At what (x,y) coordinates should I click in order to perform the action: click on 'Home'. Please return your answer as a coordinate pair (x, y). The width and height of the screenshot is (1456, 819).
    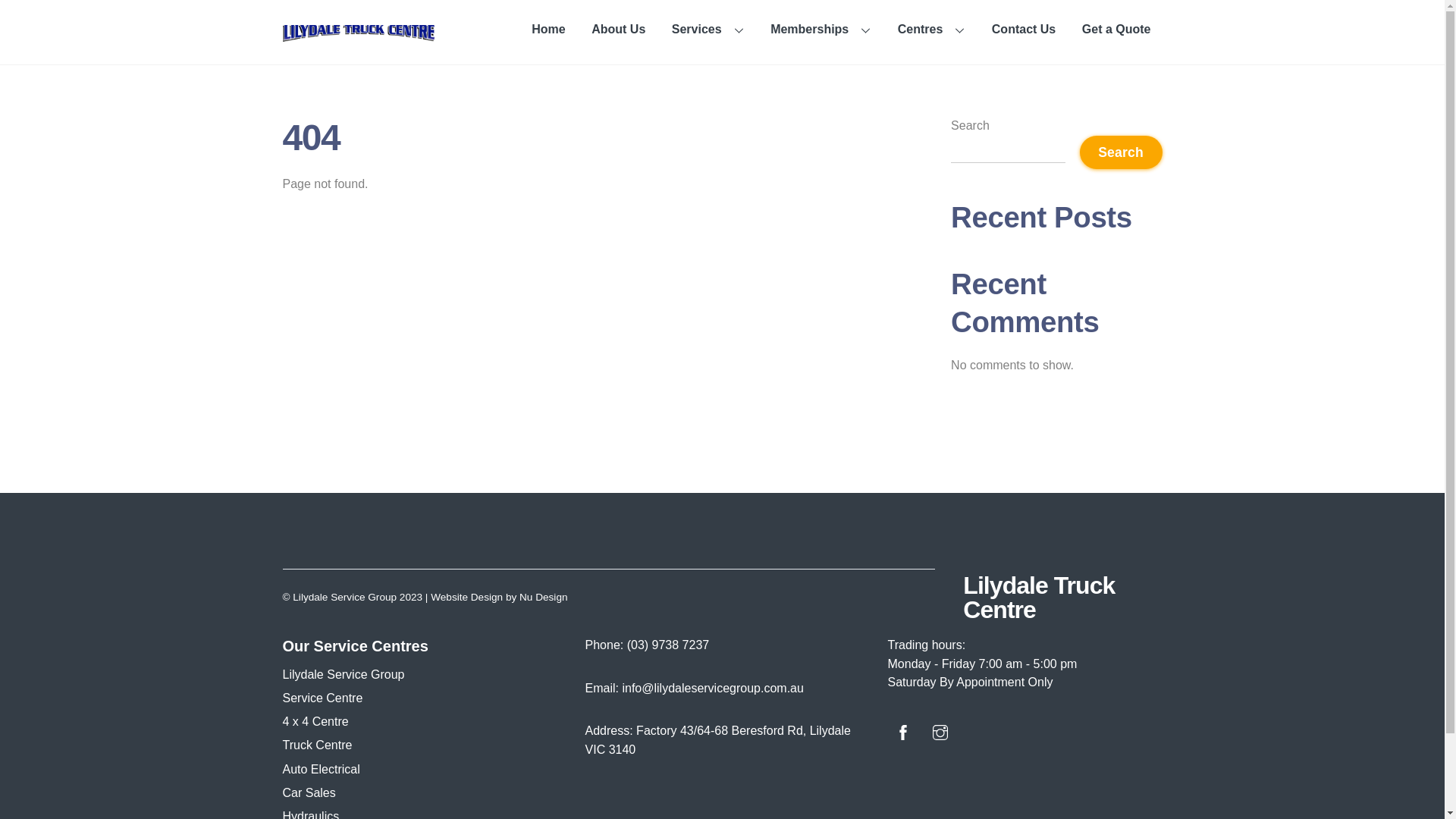
    Looking at the image, I should click on (548, 29).